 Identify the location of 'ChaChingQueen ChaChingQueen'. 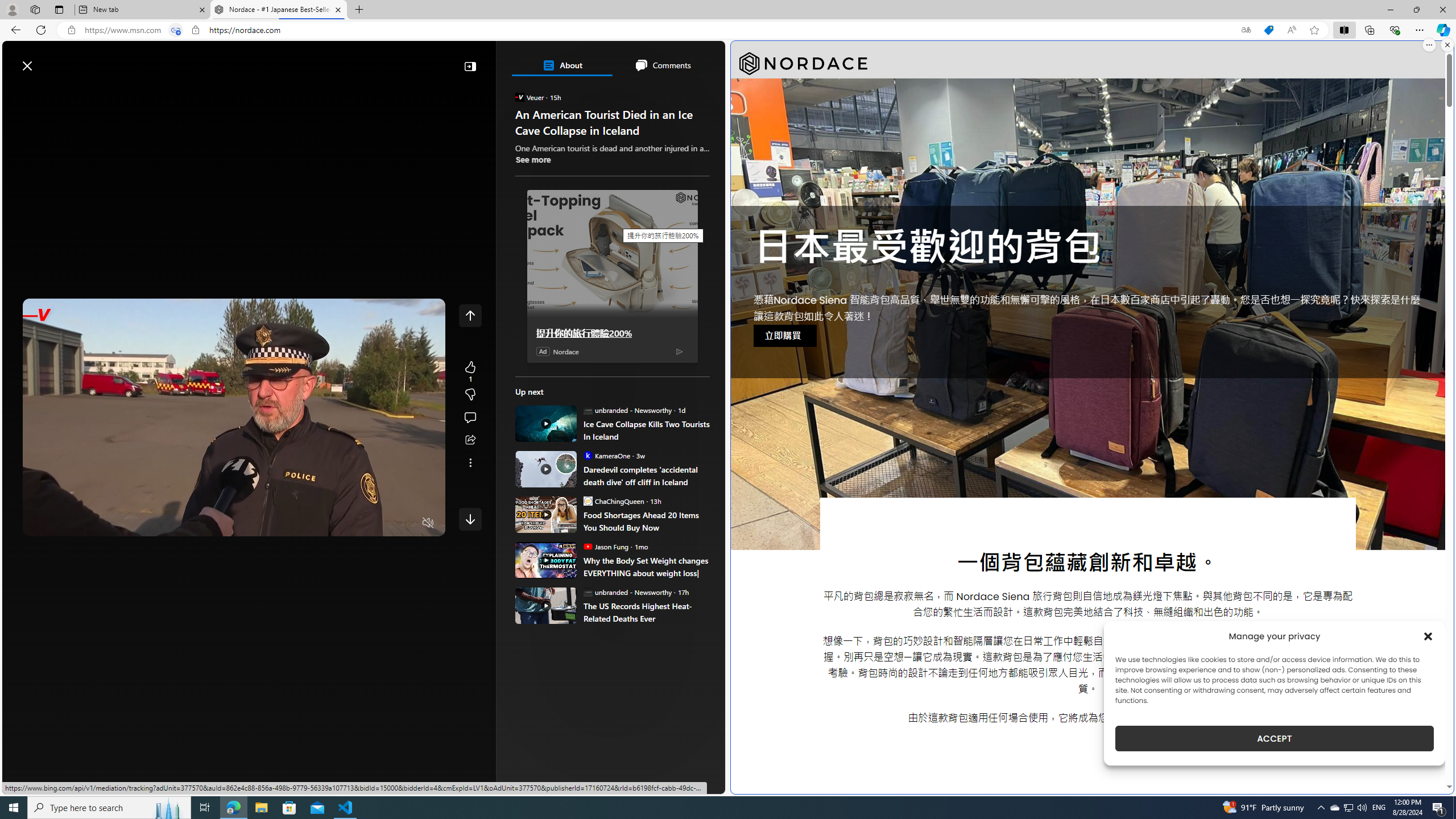
(614, 500).